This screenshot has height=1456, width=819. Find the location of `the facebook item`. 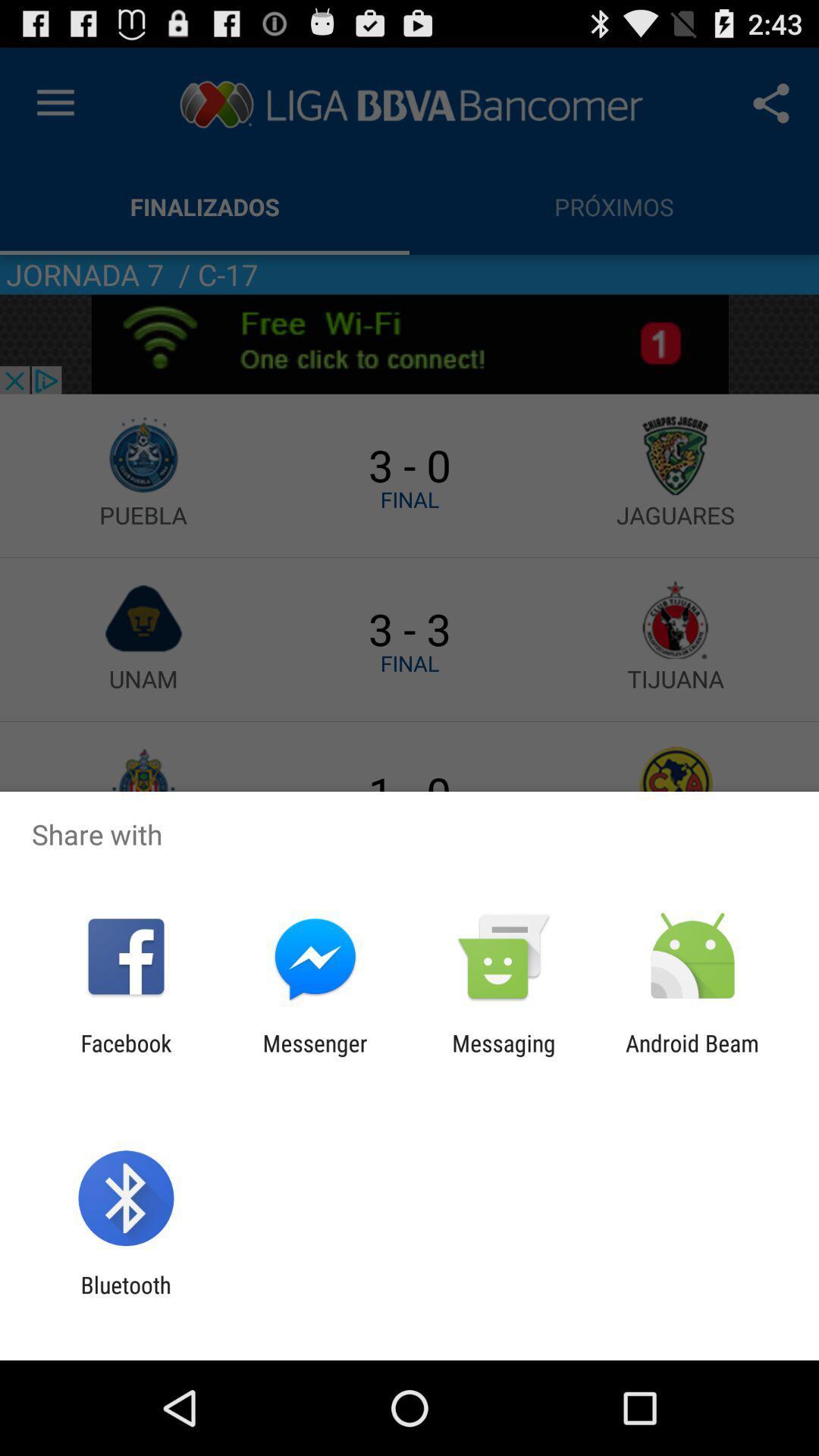

the facebook item is located at coordinates (125, 1056).